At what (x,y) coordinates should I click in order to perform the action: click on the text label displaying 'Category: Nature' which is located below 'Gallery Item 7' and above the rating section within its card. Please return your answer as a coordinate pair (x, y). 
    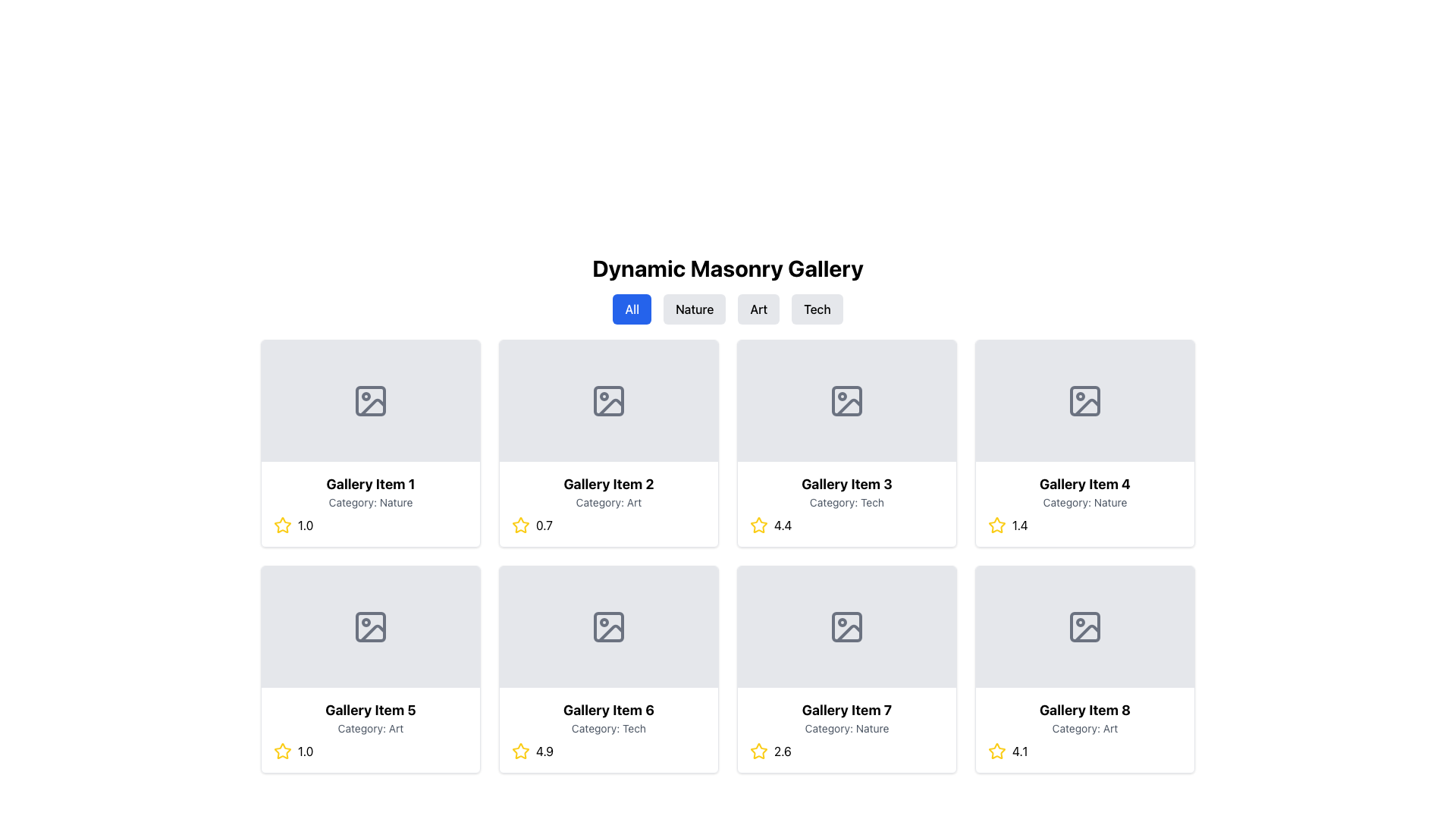
    Looking at the image, I should click on (846, 727).